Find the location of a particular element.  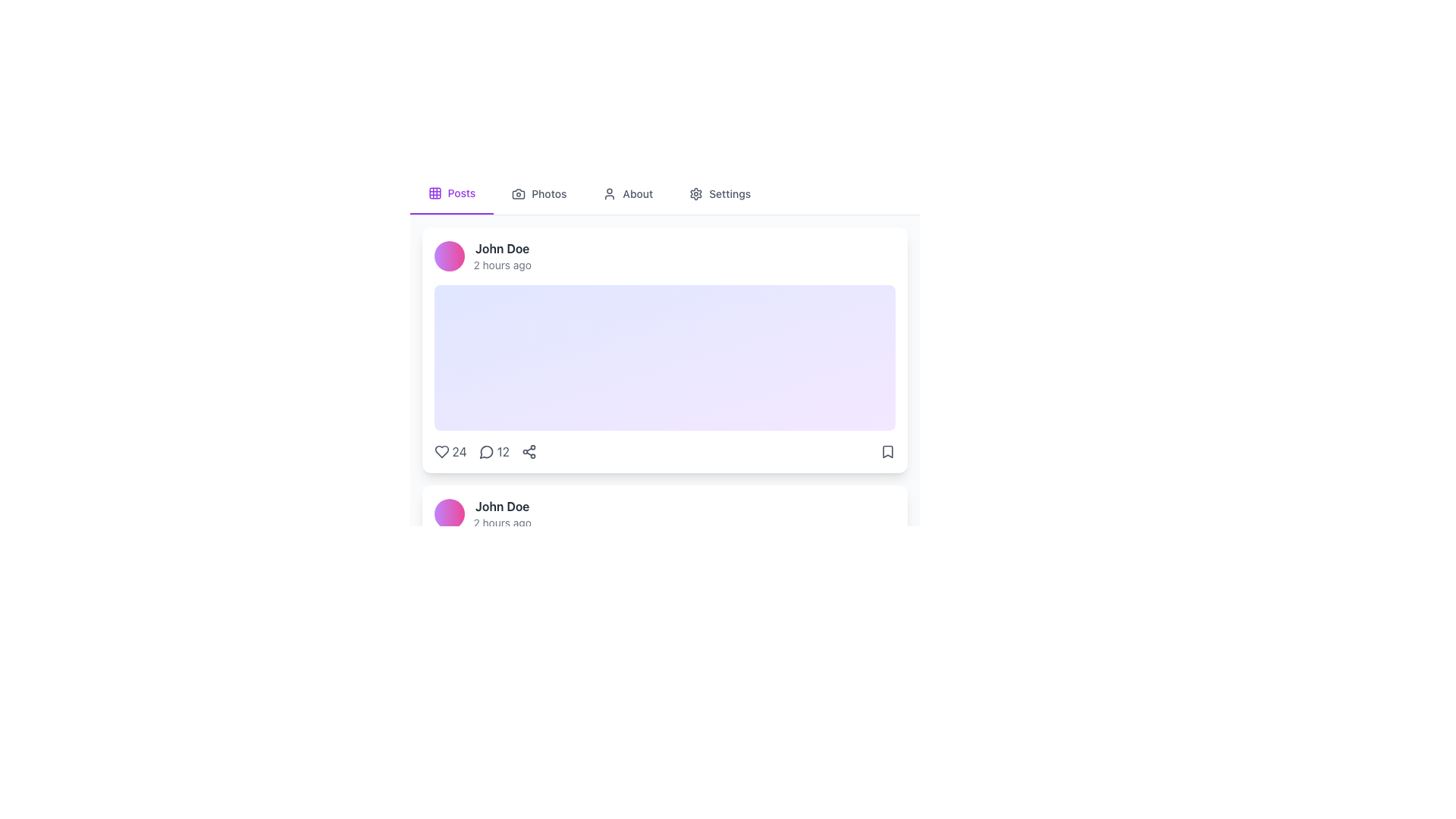

the 'Settings' button in the header navigation bar, which features a gear icon and changes color to purple when hovered over is located at coordinates (719, 193).